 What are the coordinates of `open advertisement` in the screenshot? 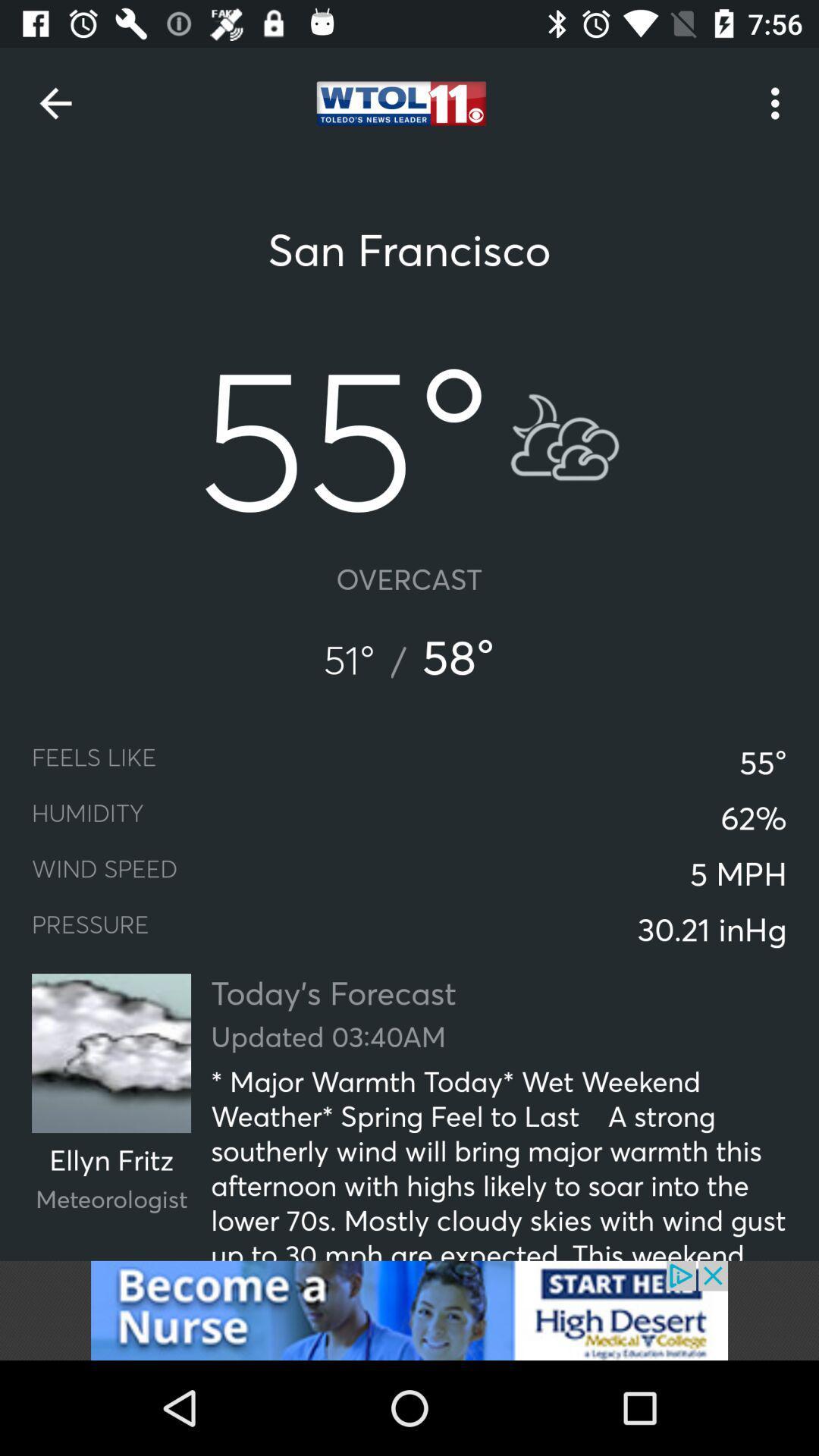 It's located at (409, 1310).